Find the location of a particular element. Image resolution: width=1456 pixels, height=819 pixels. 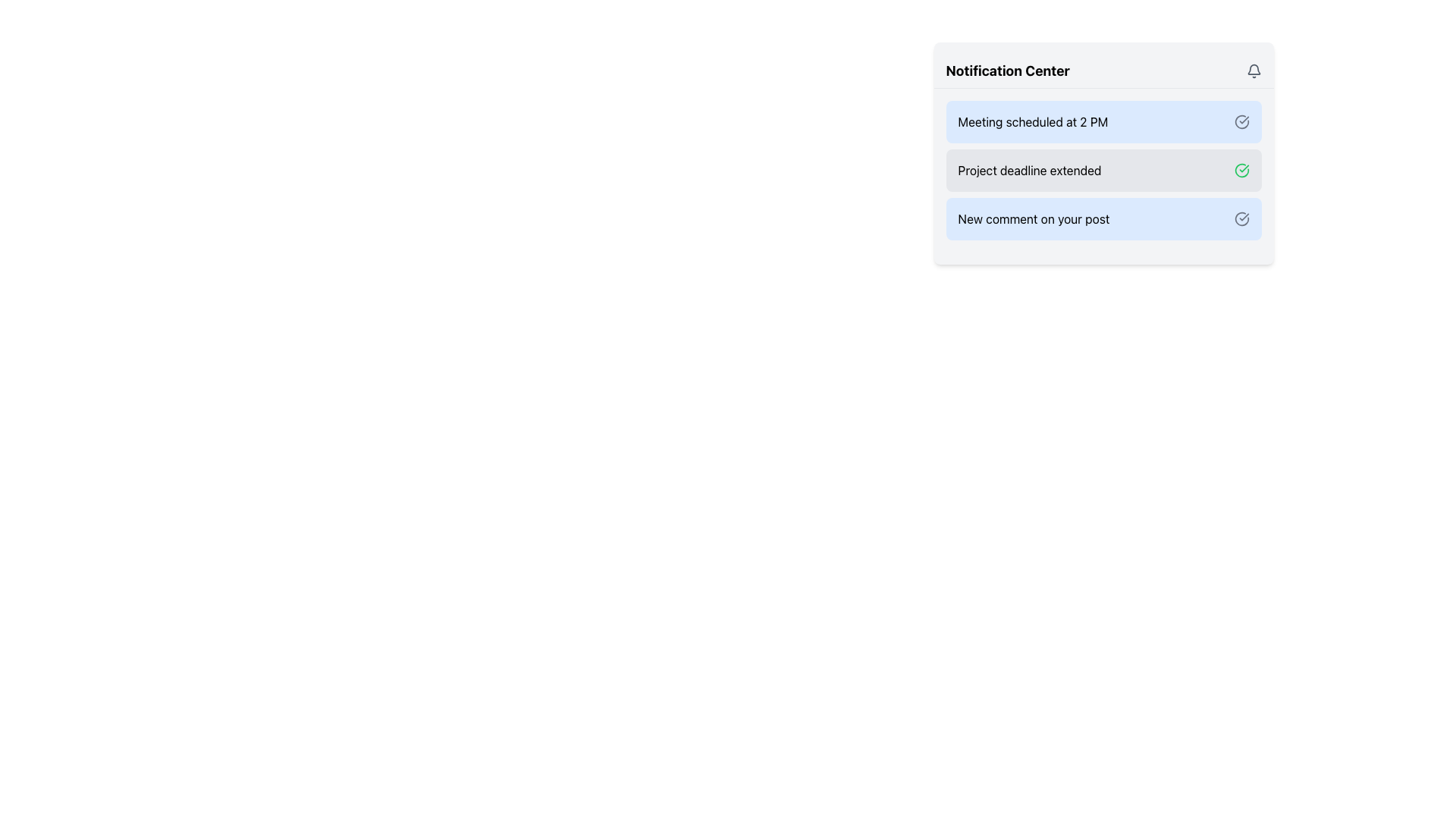

the notification regarding the project deadline extension located in the second position of the Notification Center is located at coordinates (1103, 170).